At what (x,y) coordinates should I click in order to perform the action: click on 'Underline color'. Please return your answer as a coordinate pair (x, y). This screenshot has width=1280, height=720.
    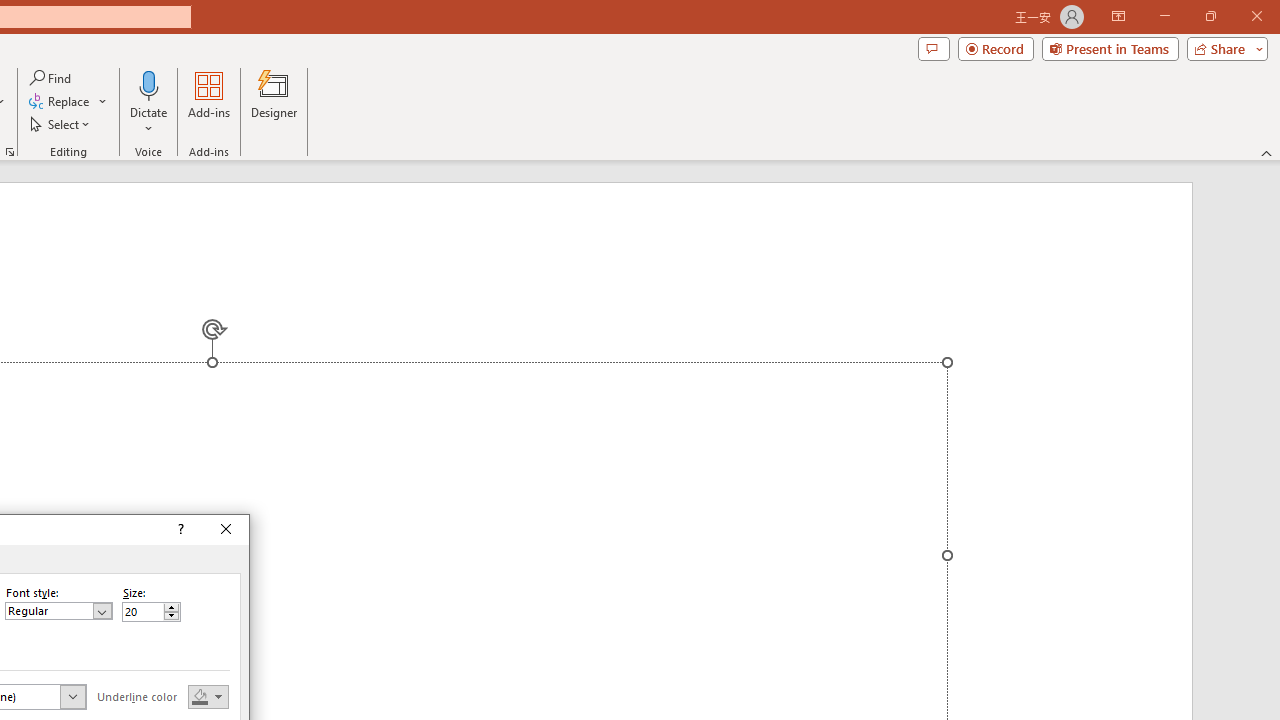
    Looking at the image, I should click on (208, 695).